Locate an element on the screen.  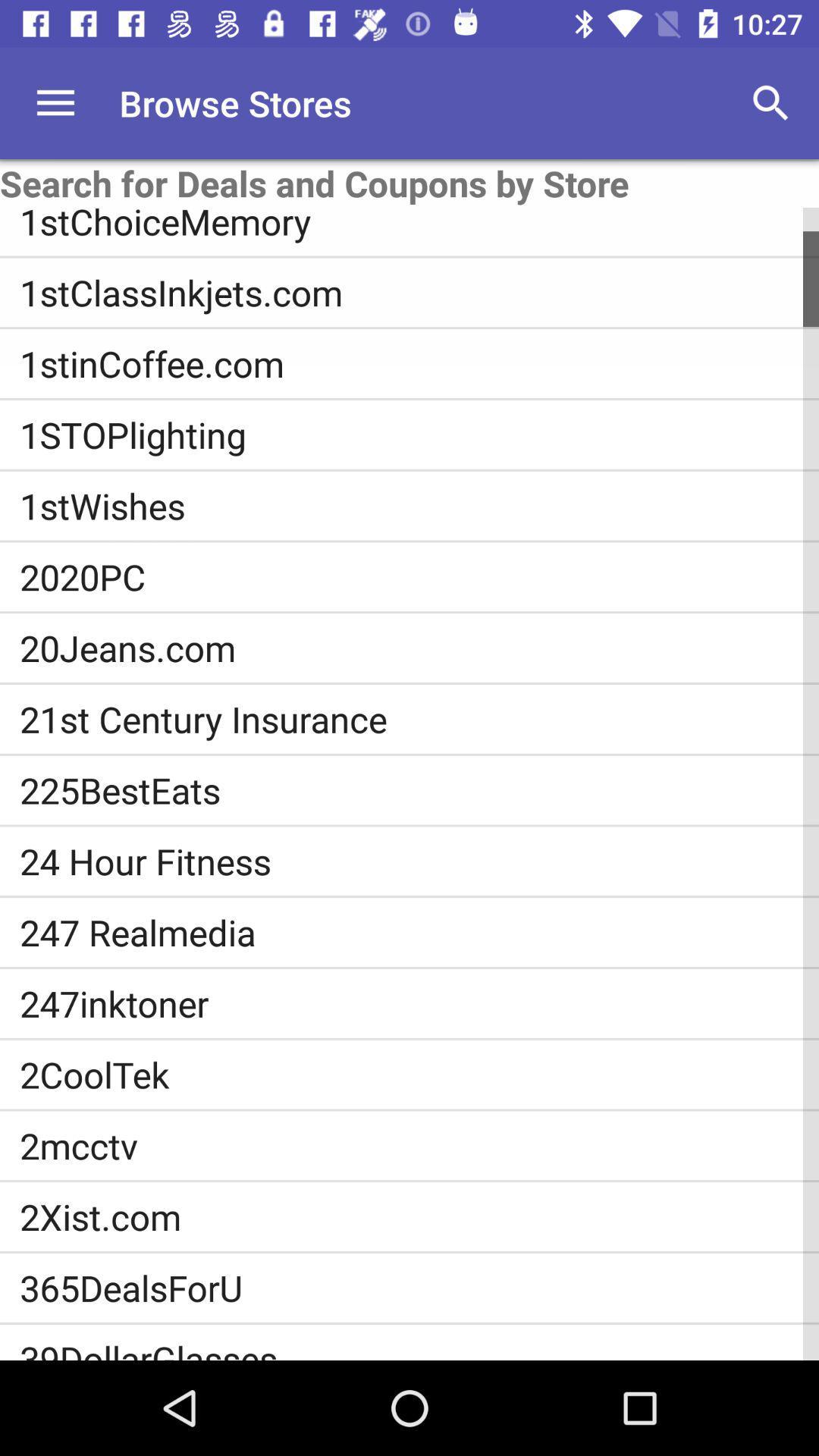
options menu is located at coordinates (55, 102).